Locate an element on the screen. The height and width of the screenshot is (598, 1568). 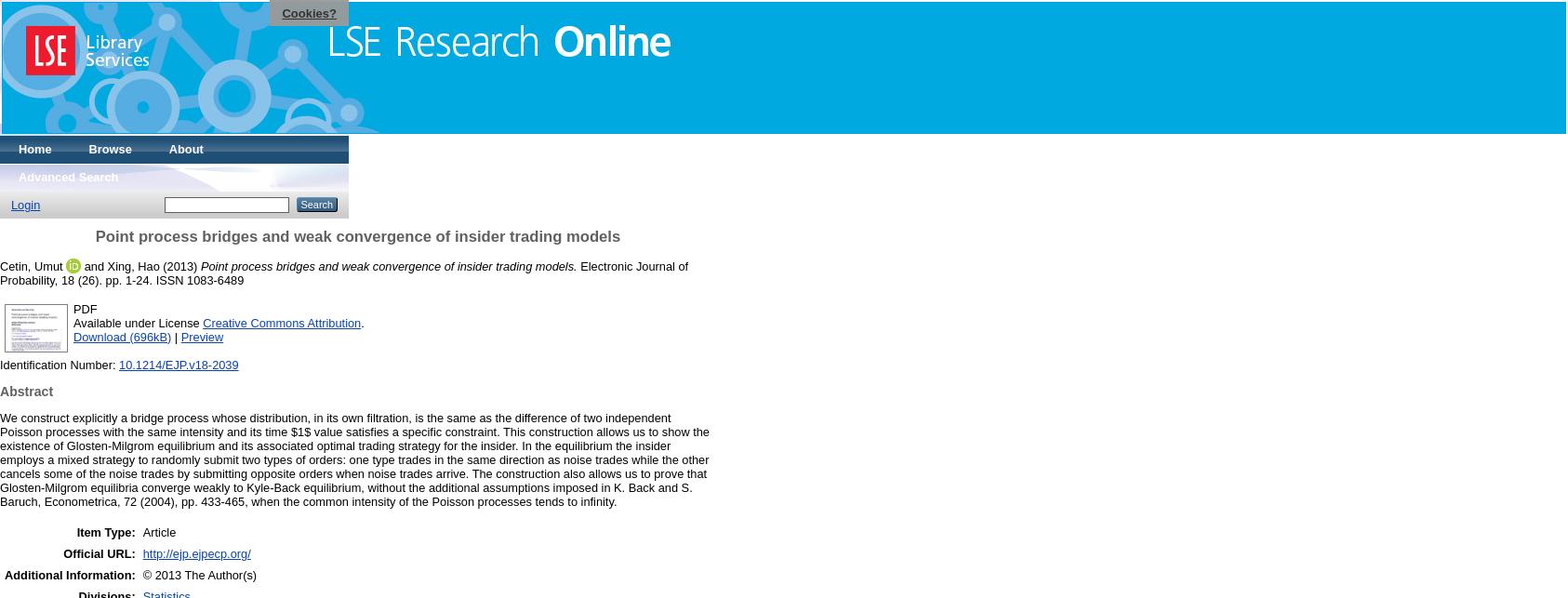
'Electronic Journal of Probability, 18 (26).
     pp. 1-24.
     ISSN 1083-6489' is located at coordinates (343, 272).